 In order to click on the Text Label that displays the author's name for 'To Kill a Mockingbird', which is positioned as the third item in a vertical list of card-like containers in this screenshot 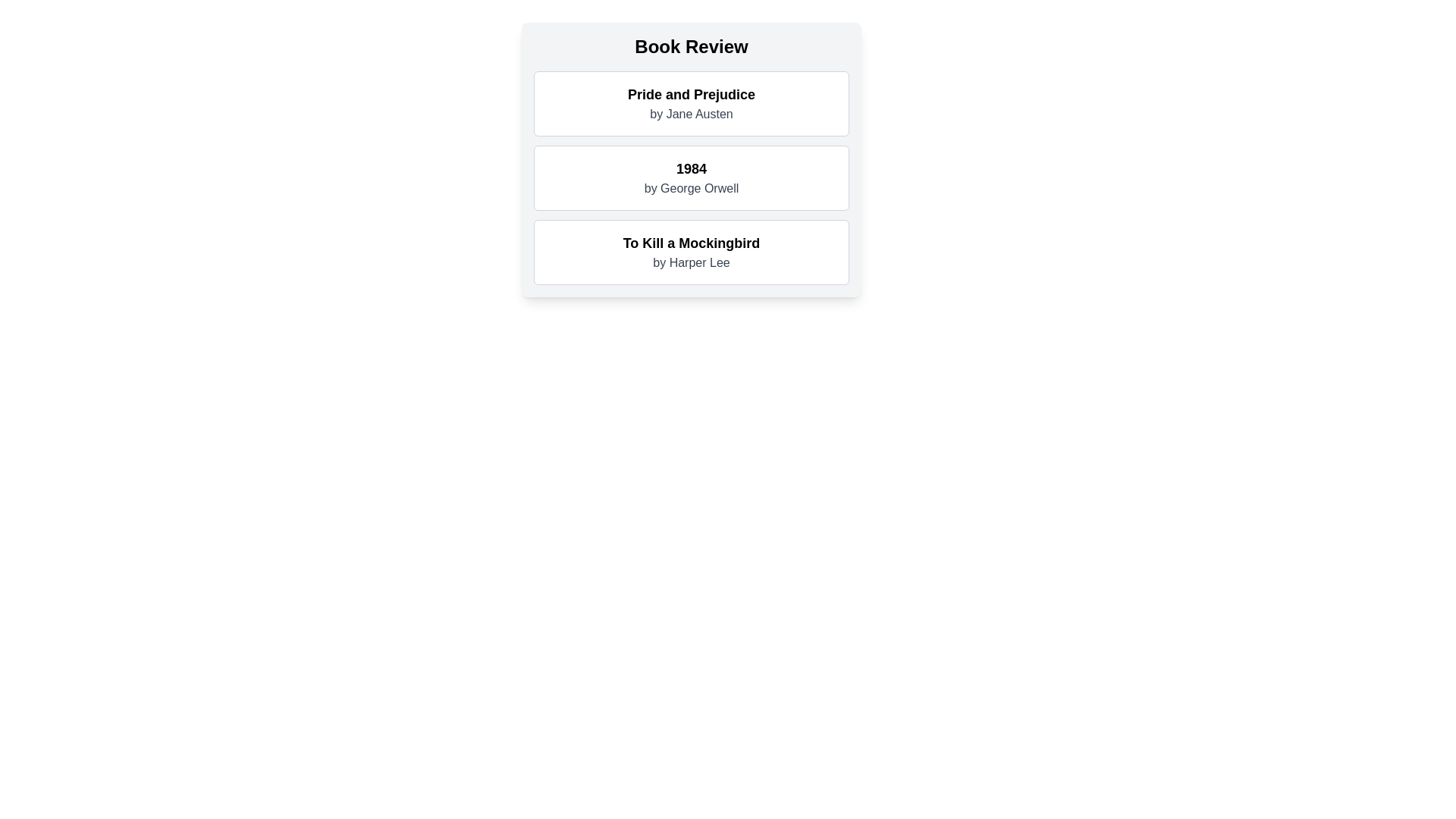, I will do `click(691, 262)`.